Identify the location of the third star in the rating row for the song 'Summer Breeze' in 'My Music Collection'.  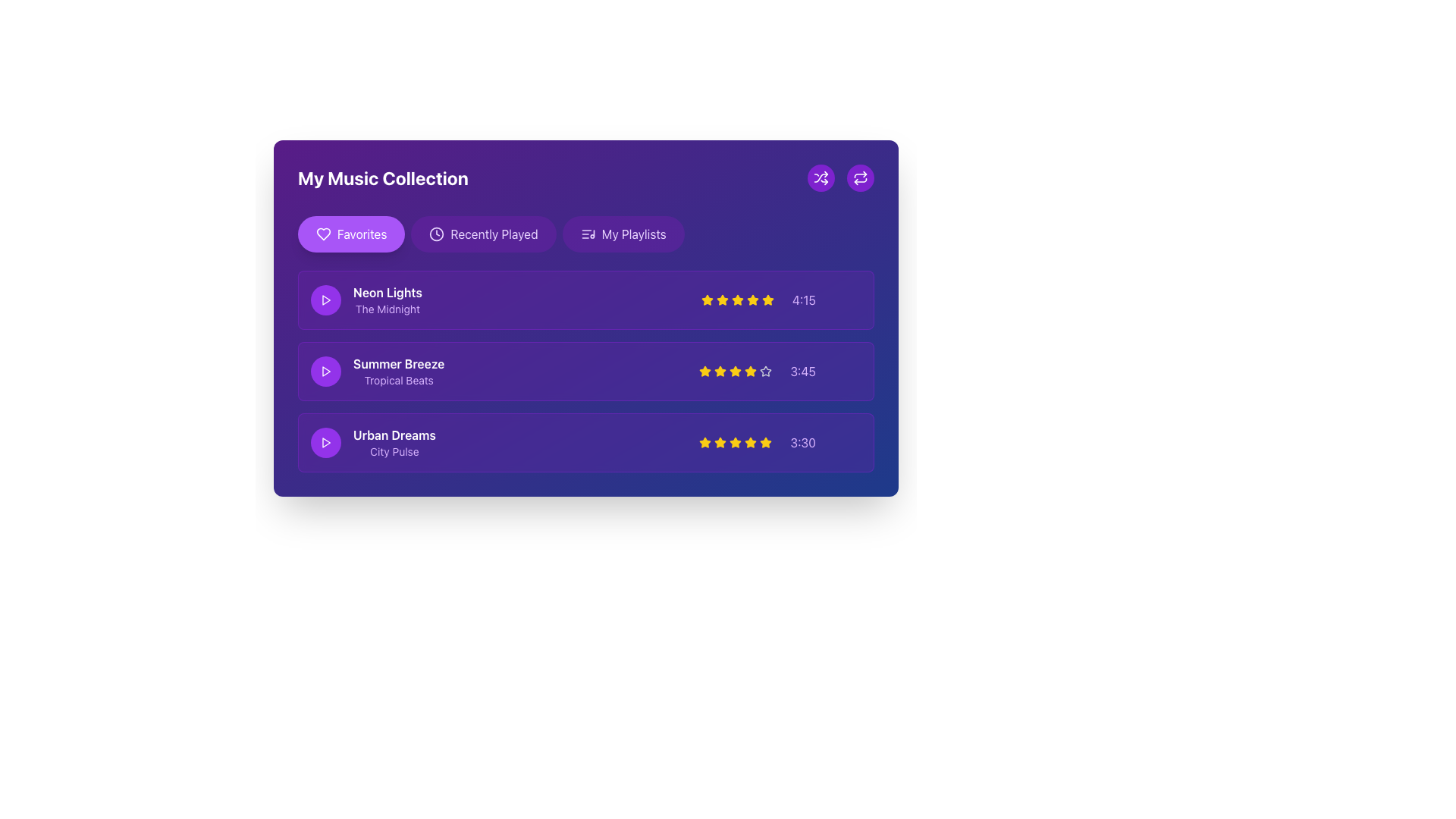
(735, 371).